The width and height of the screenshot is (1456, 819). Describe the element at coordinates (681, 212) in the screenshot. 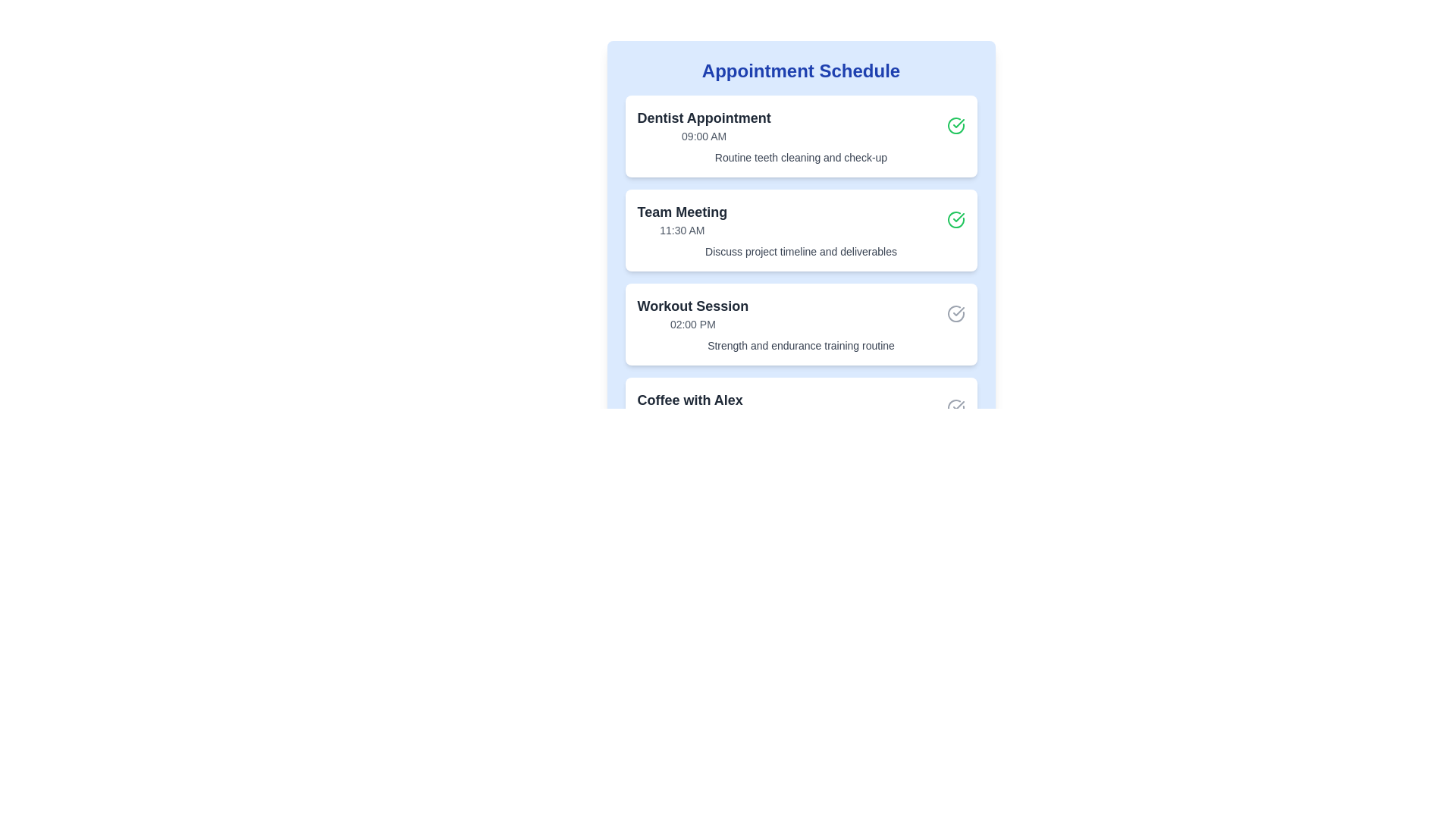

I see `text content of the title label for the 'Team Meeting' entry, which is located above the 'Workout Session' card and below the 'Dentist Appointment' card in the scheduled appointments list` at that location.